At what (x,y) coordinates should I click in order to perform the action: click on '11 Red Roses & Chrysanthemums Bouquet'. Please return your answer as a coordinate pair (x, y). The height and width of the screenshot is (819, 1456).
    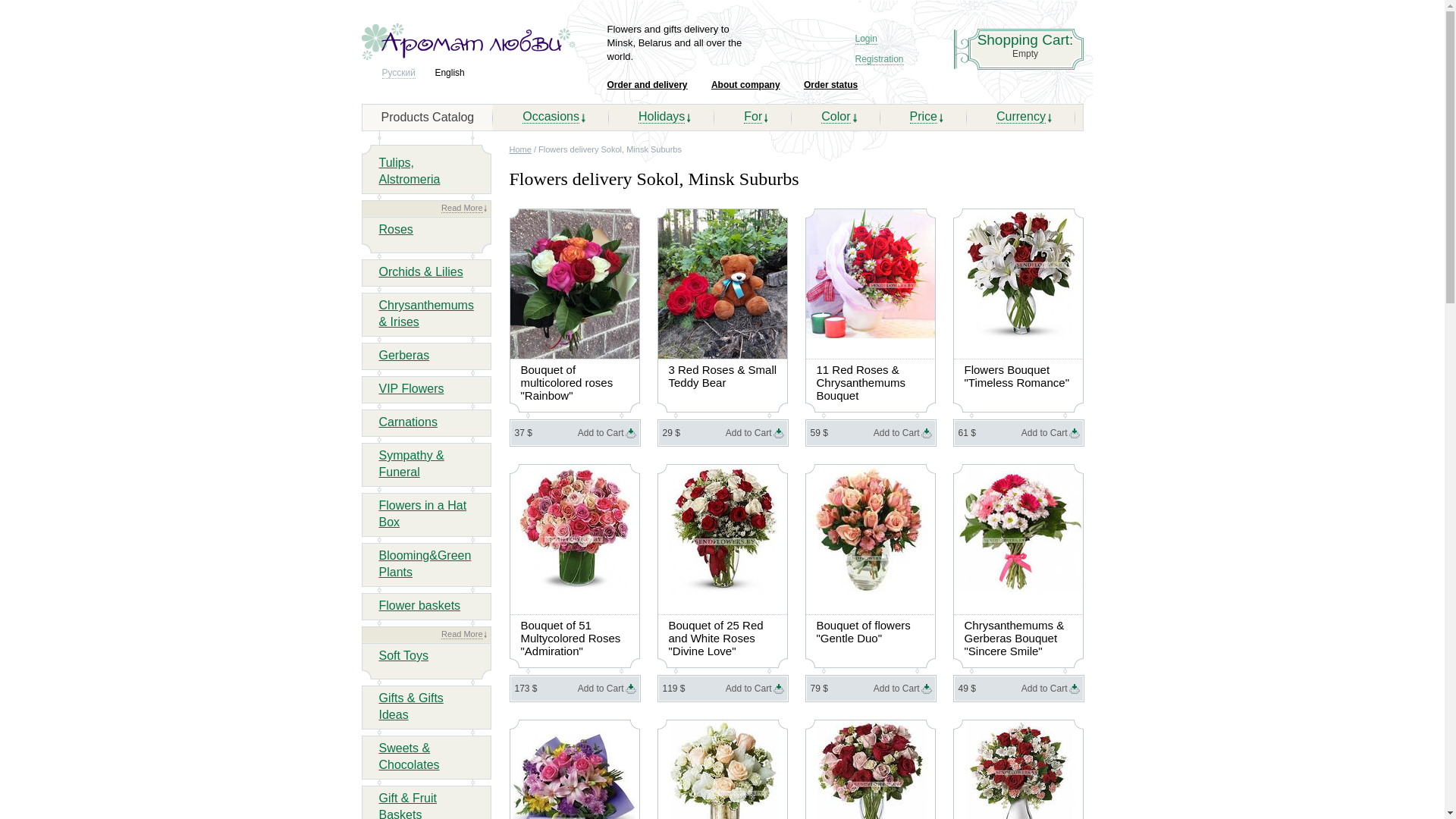
    Looking at the image, I should click on (870, 379).